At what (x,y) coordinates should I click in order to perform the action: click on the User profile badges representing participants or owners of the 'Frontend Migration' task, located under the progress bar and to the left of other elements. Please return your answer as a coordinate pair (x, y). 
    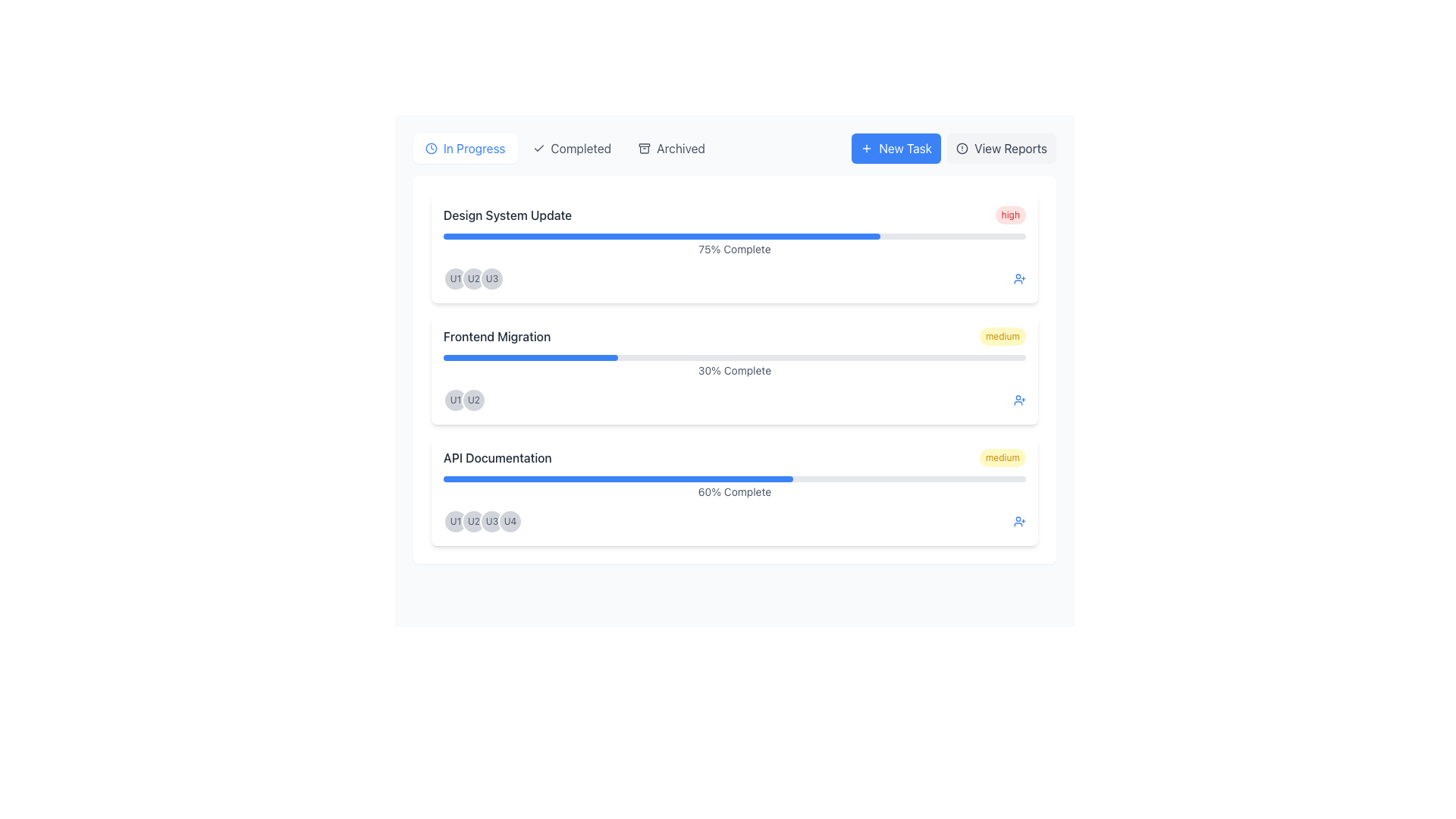
    Looking at the image, I should click on (464, 400).